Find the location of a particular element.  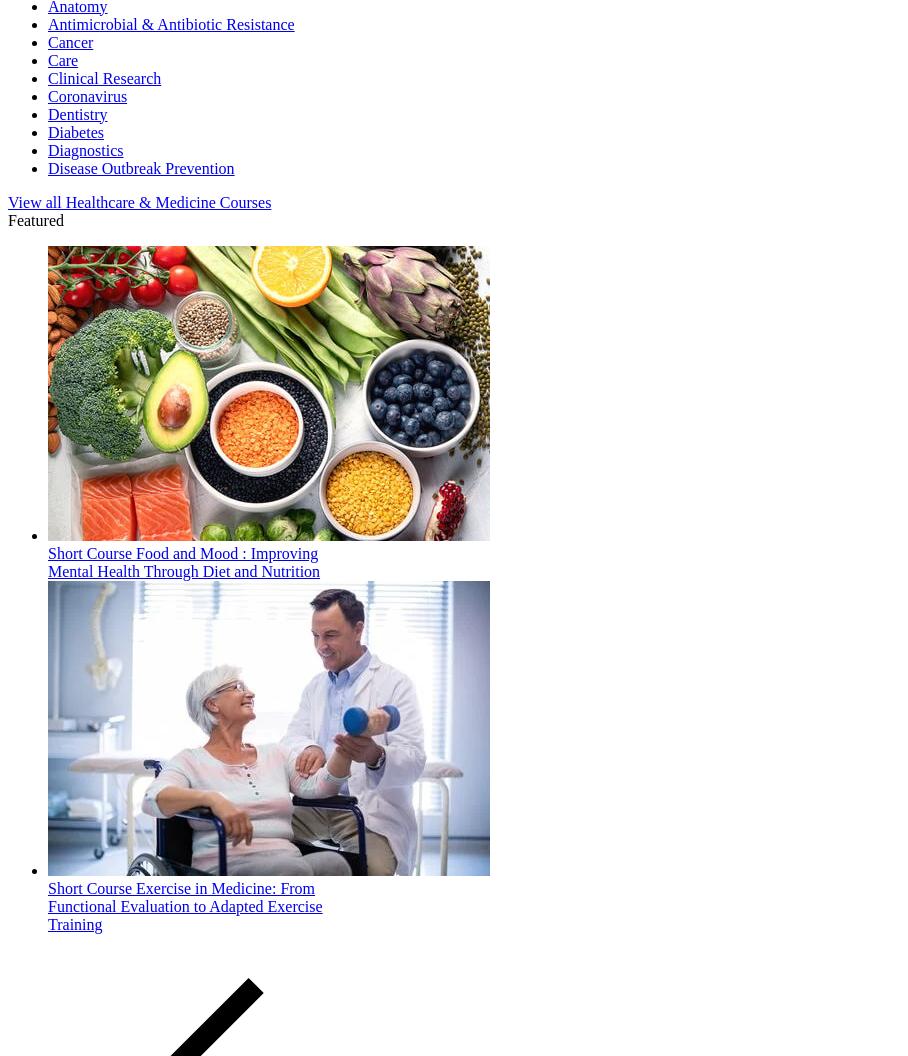

'Coronavirus' is located at coordinates (86, 94).